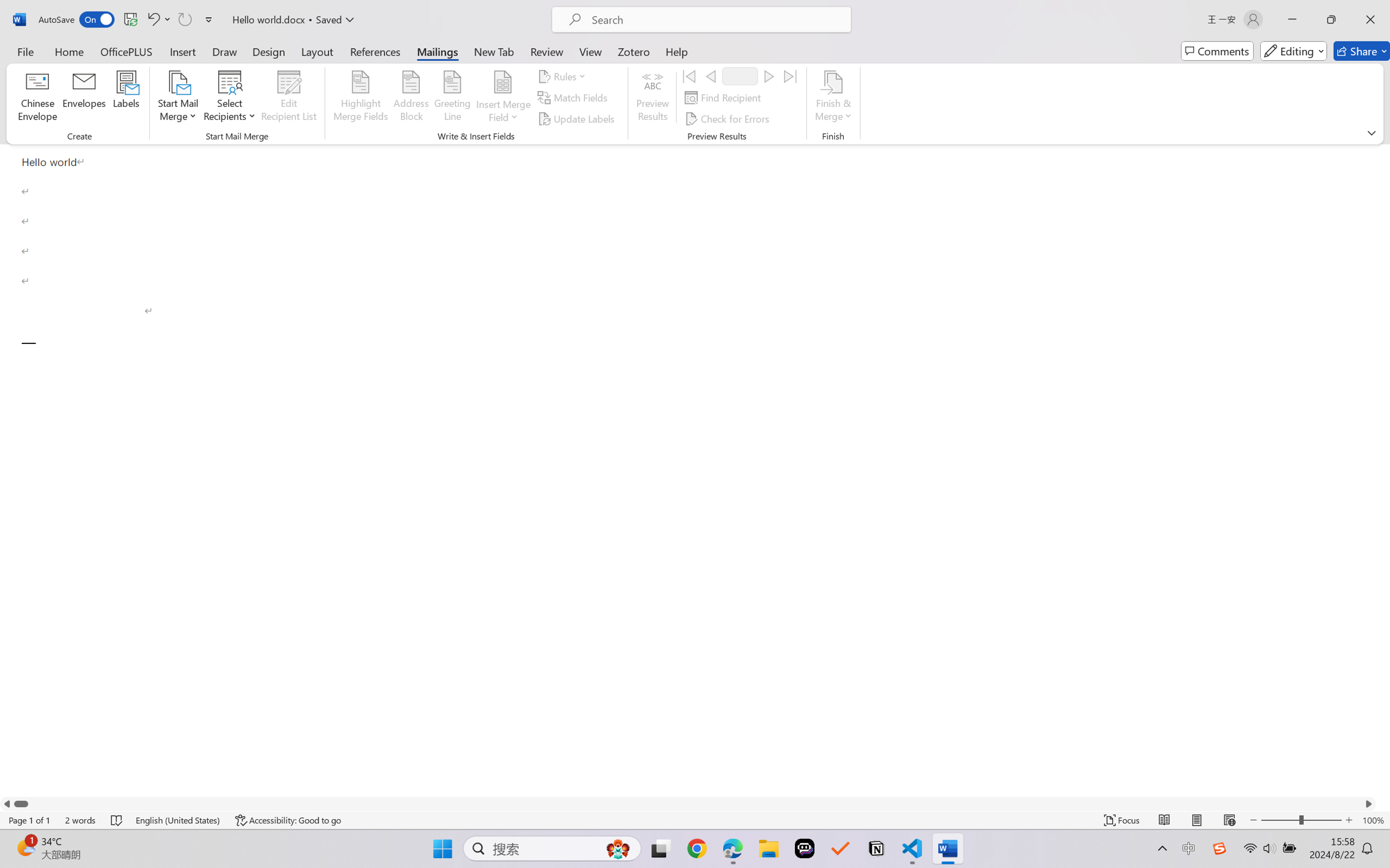 This screenshot has width=1390, height=868. What do you see at coordinates (289, 98) in the screenshot?
I see `'Edit Recipient List...'` at bounding box center [289, 98].